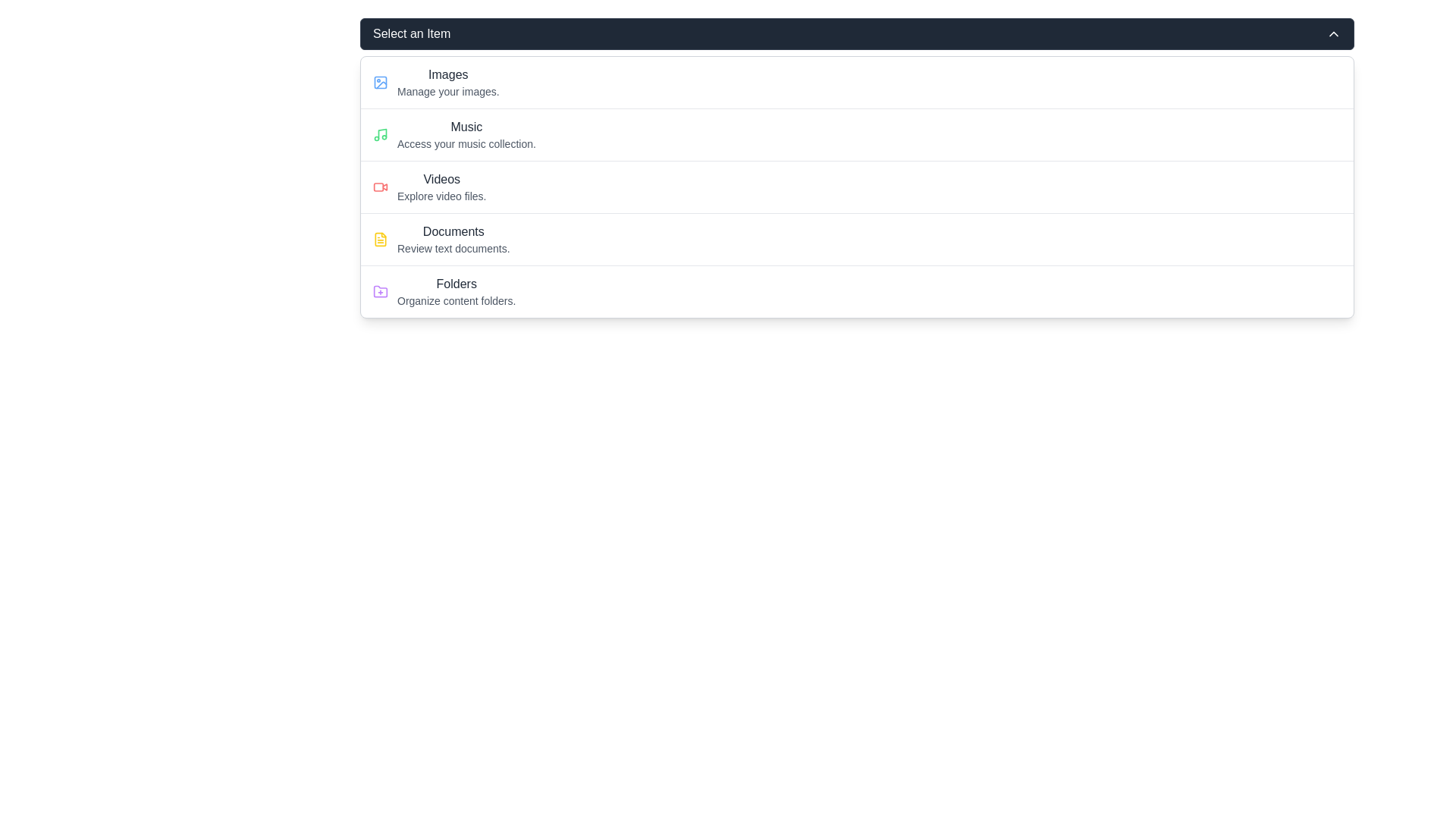 The width and height of the screenshot is (1456, 819). Describe the element at coordinates (857, 291) in the screenshot. I see `the fifth List Item element, which has a purple folder icon with a plus sign and the text 'Folders'` at that location.